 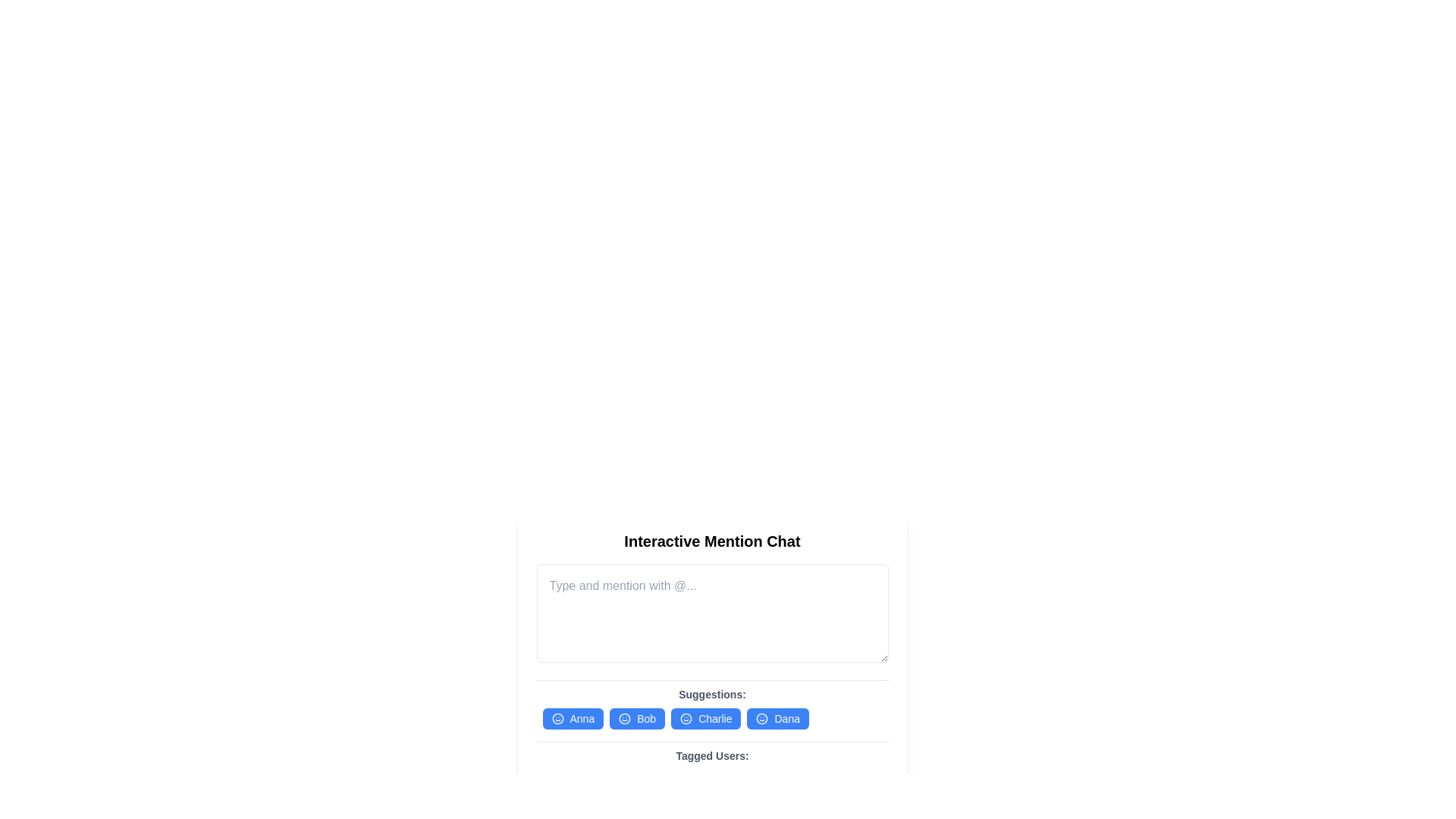 What do you see at coordinates (711, 755) in the screenshot?
I see `the text label that reads 'Tagged Users:', styled in a small bold gray font, located at the bottom of the interface below the 'Suggestions:' section` at bounding box center [711, 755].